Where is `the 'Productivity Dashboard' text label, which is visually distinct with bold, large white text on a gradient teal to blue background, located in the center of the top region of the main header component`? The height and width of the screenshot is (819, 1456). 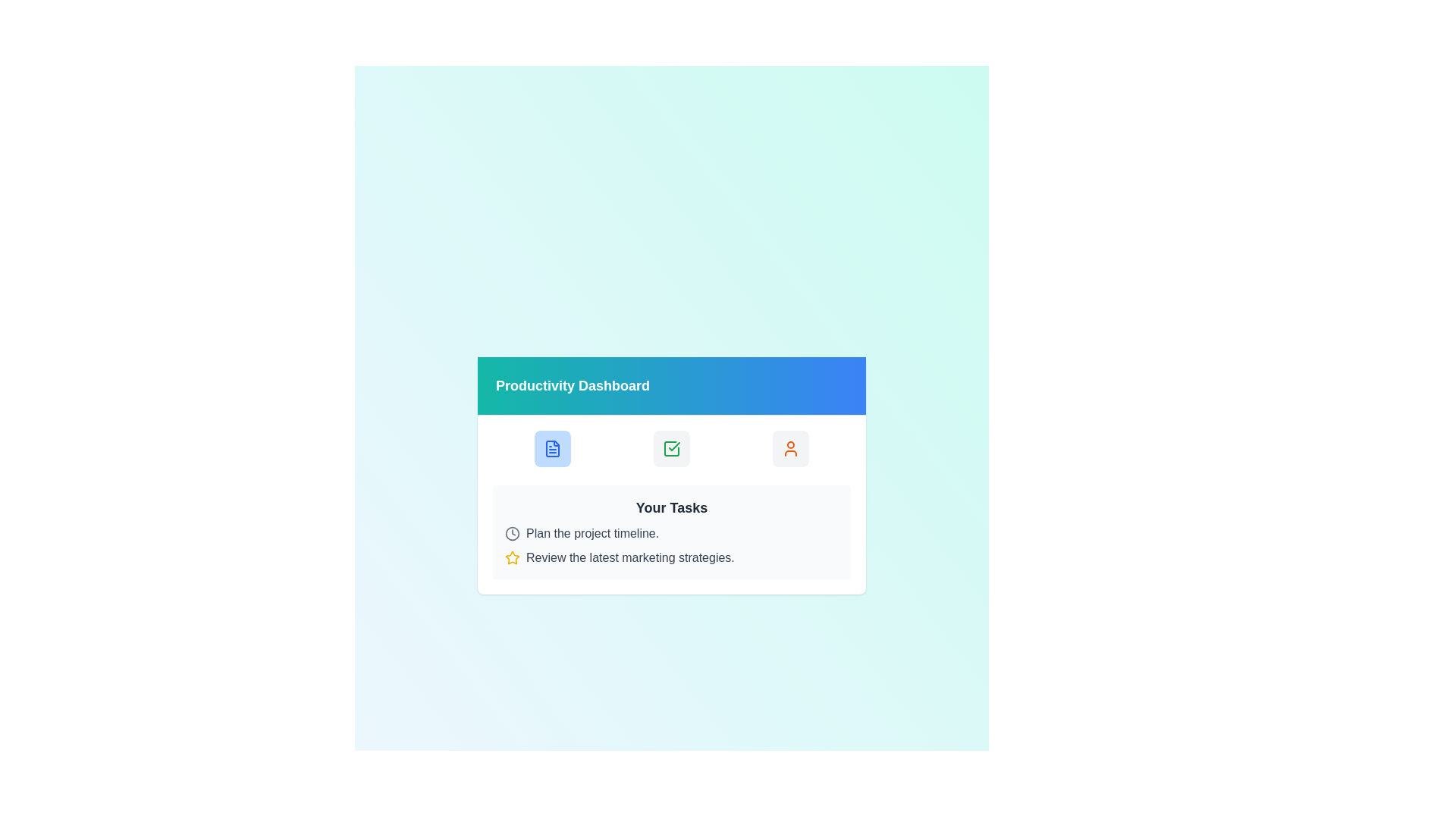
the 'Productivity Dashboard' text label, which is visually distinct with bold, large white text on a gradient teal to blue background, located in the center of the top region of the main header component is located at coordinates (572, 384).